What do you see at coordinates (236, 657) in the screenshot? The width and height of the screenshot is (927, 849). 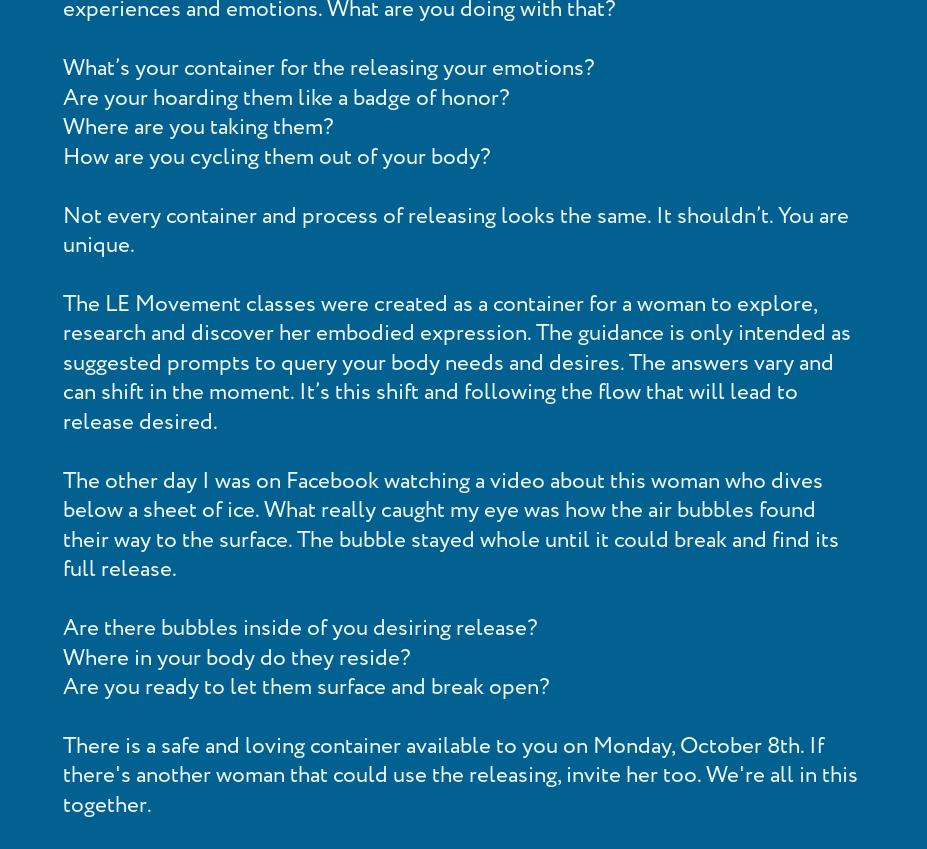 I see `'Where in your body do they reside?'` at bounding box center [236, 657].